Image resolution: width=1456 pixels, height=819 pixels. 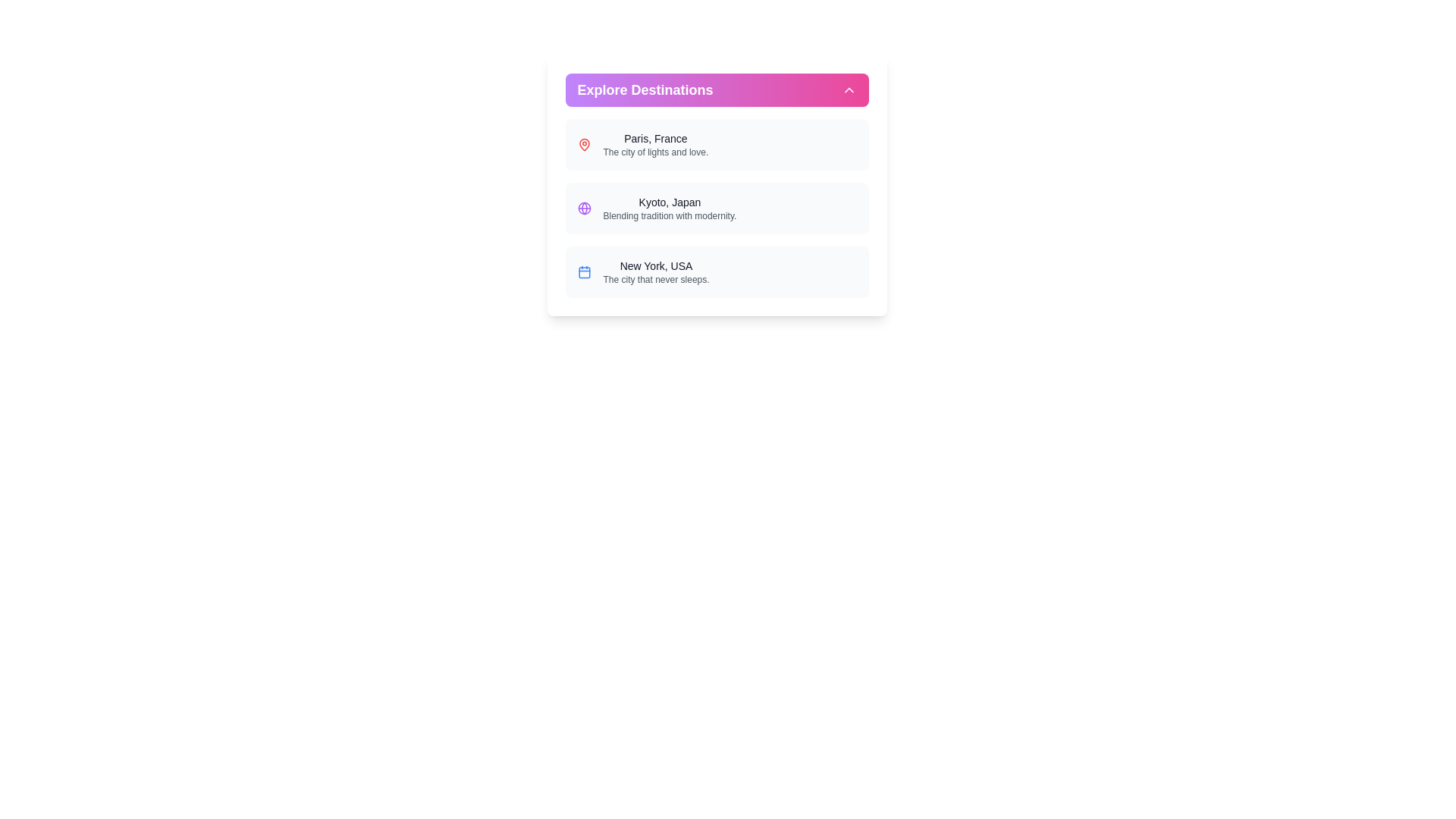 What do you see at coordinates (583, 208) in the screenshot?
I see `the destination icon for 'Kyoto, Japan' by navigating to it` at bounding box center [583, 208].